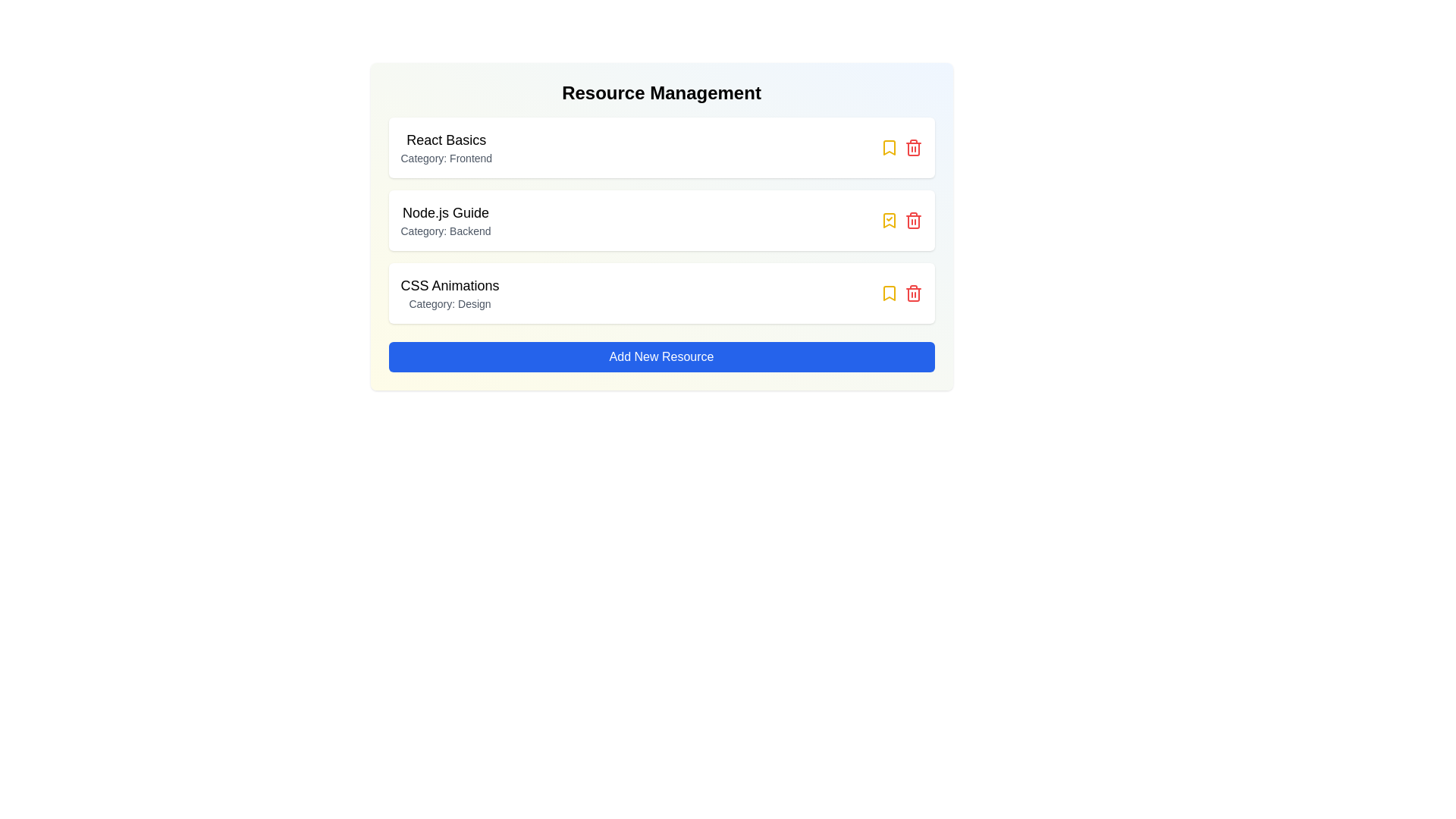 The height and width of the screenshot is (819, 1456). What do you see at coordinates (889, 148) in the screenshot?
I see `the bookmark icon of the resource titled 'React Basics'` at bounding box center [889, 148].